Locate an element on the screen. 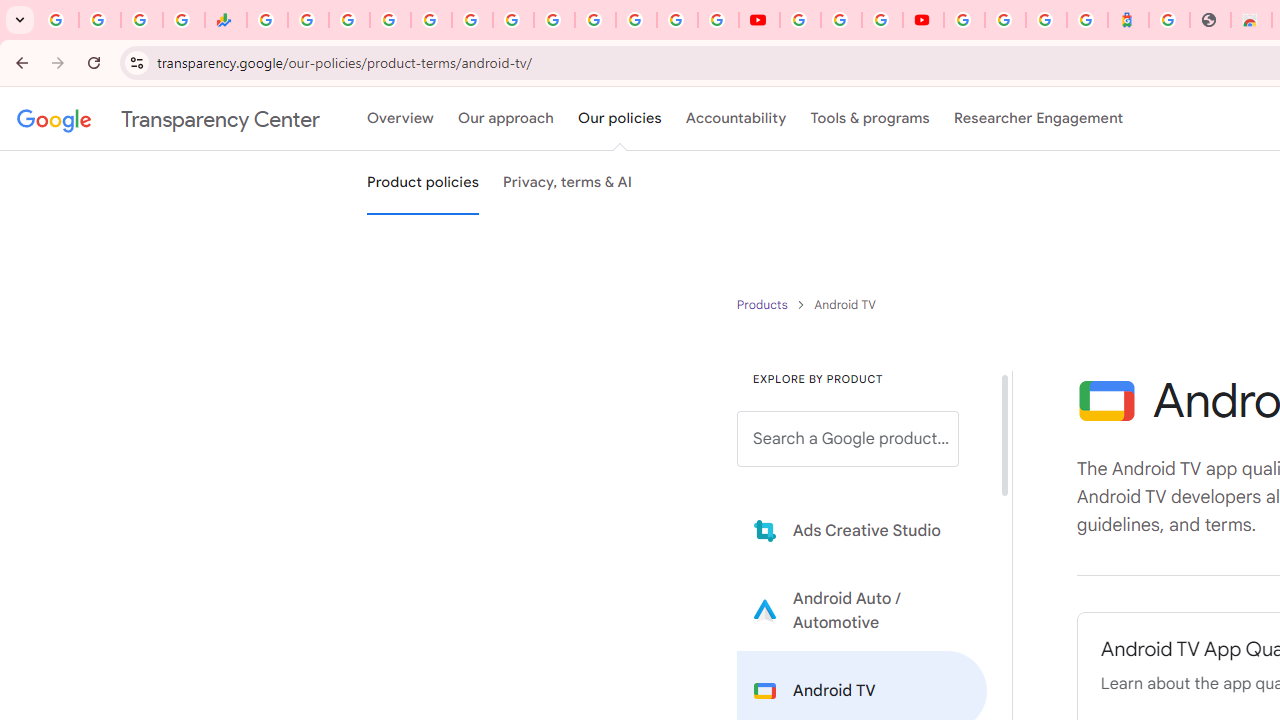 Image resolution: width=1280 pixels, height=720 pixels. 'Learn more about Android Auto' is located at coordinates (862, 609).